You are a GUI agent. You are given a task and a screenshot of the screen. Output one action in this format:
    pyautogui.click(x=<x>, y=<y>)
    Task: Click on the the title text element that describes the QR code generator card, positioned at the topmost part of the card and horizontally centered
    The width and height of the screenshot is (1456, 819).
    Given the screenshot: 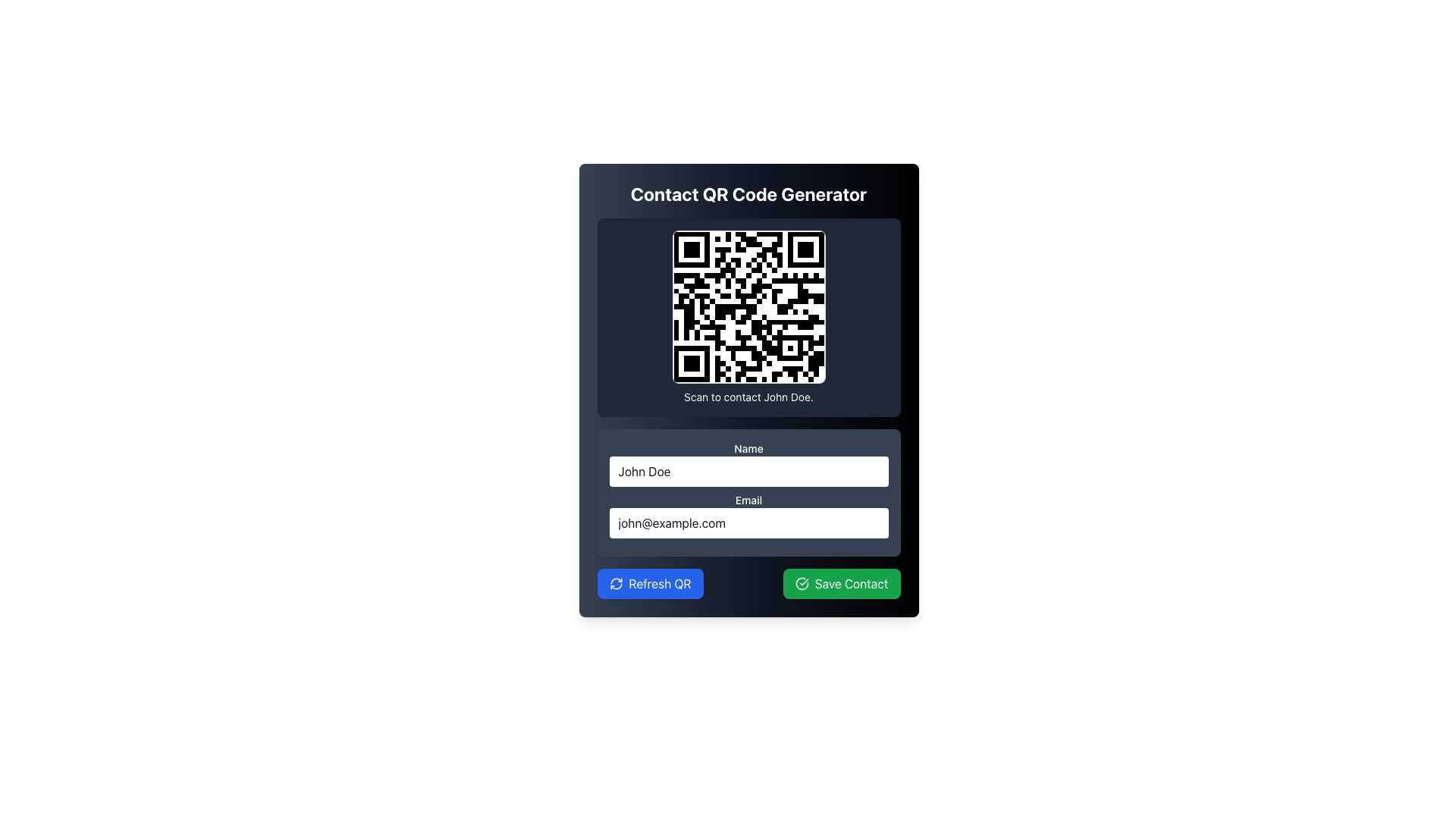 What is the action you would take?
    pyautogui.click(x=748, y=193)
    